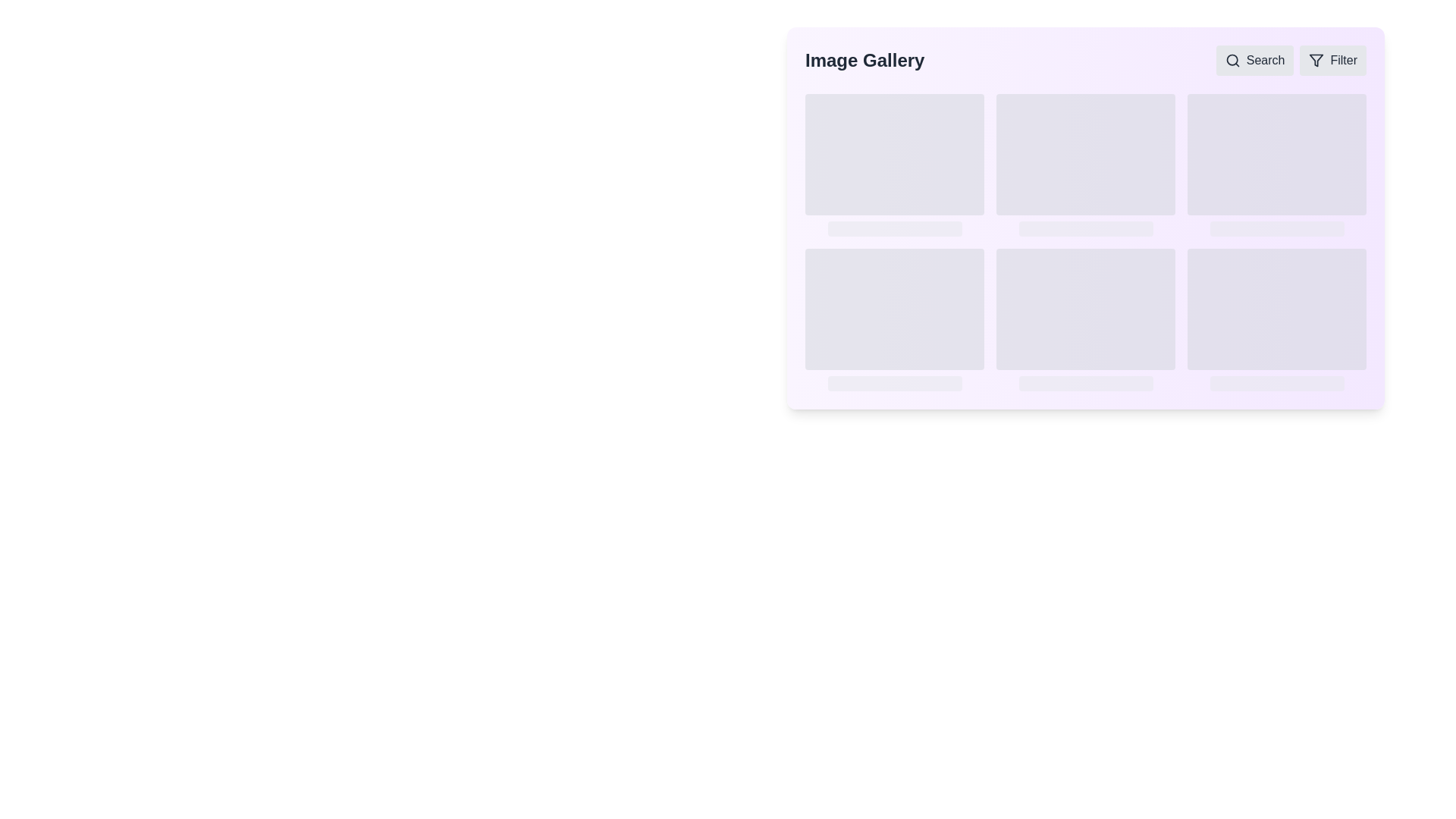 The width and height of the screenshot is (1456, 819). Describe the element at coordinates (895, 318) in the screenshot. I see `details of the placeholder content card located in the seventh slot of the grid layout, specifically in the third row, first column` at that location.